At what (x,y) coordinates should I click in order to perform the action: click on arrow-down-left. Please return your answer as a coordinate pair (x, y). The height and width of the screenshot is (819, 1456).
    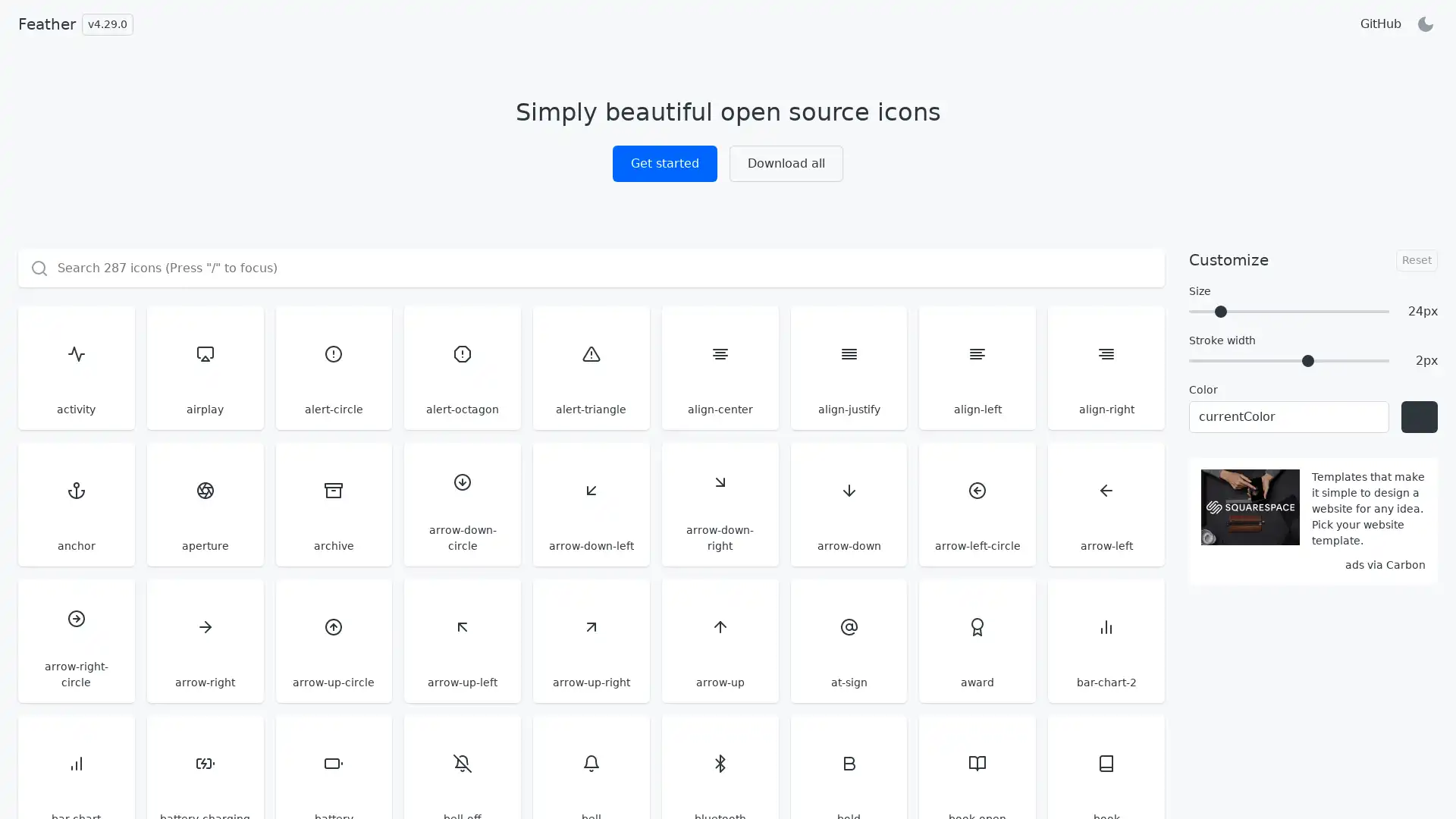
    Looking at the image, I should click on (590, 504).